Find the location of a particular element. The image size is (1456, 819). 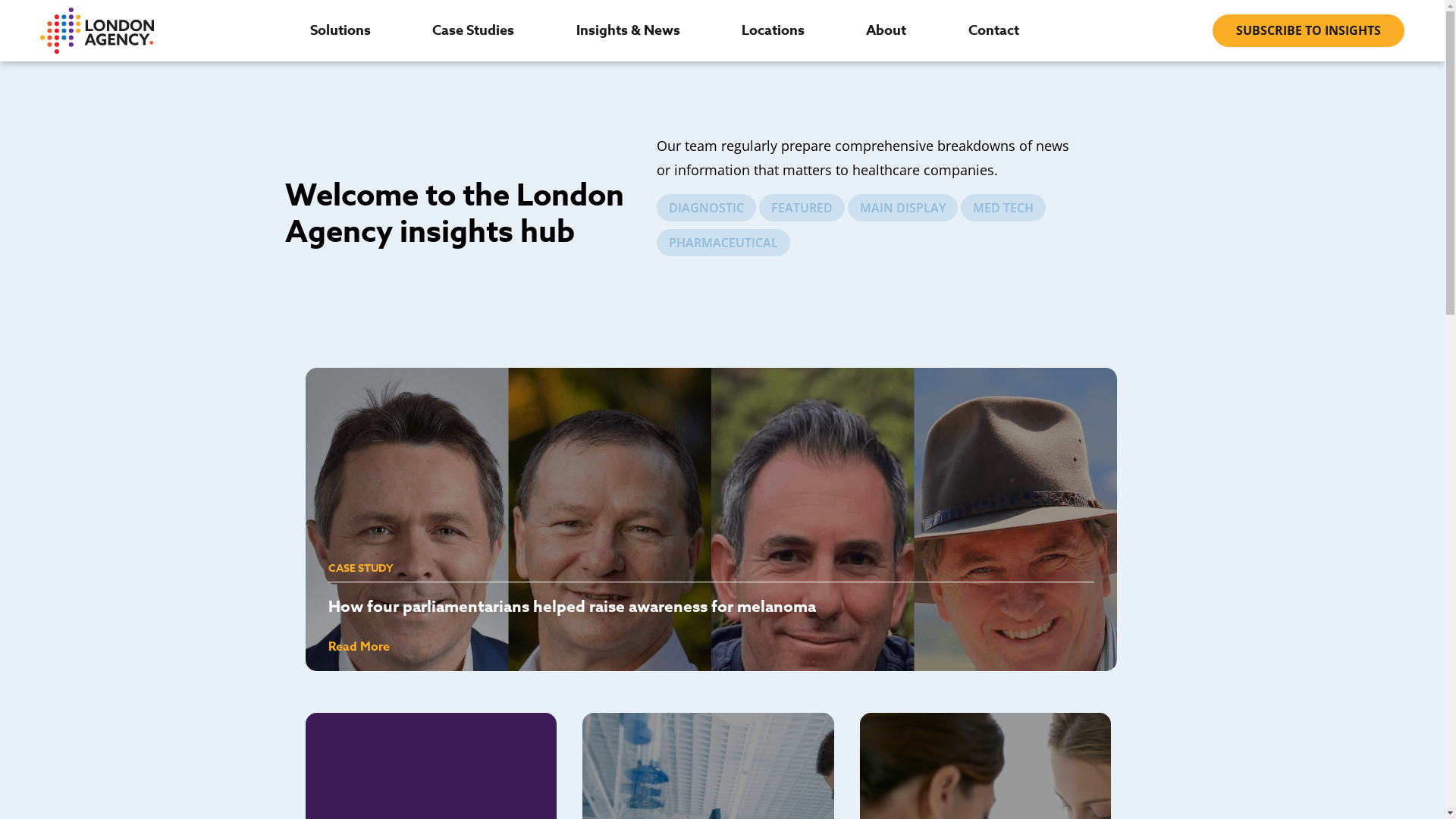

'DIAGNOSTIC' is located at coordinates (705, 207).